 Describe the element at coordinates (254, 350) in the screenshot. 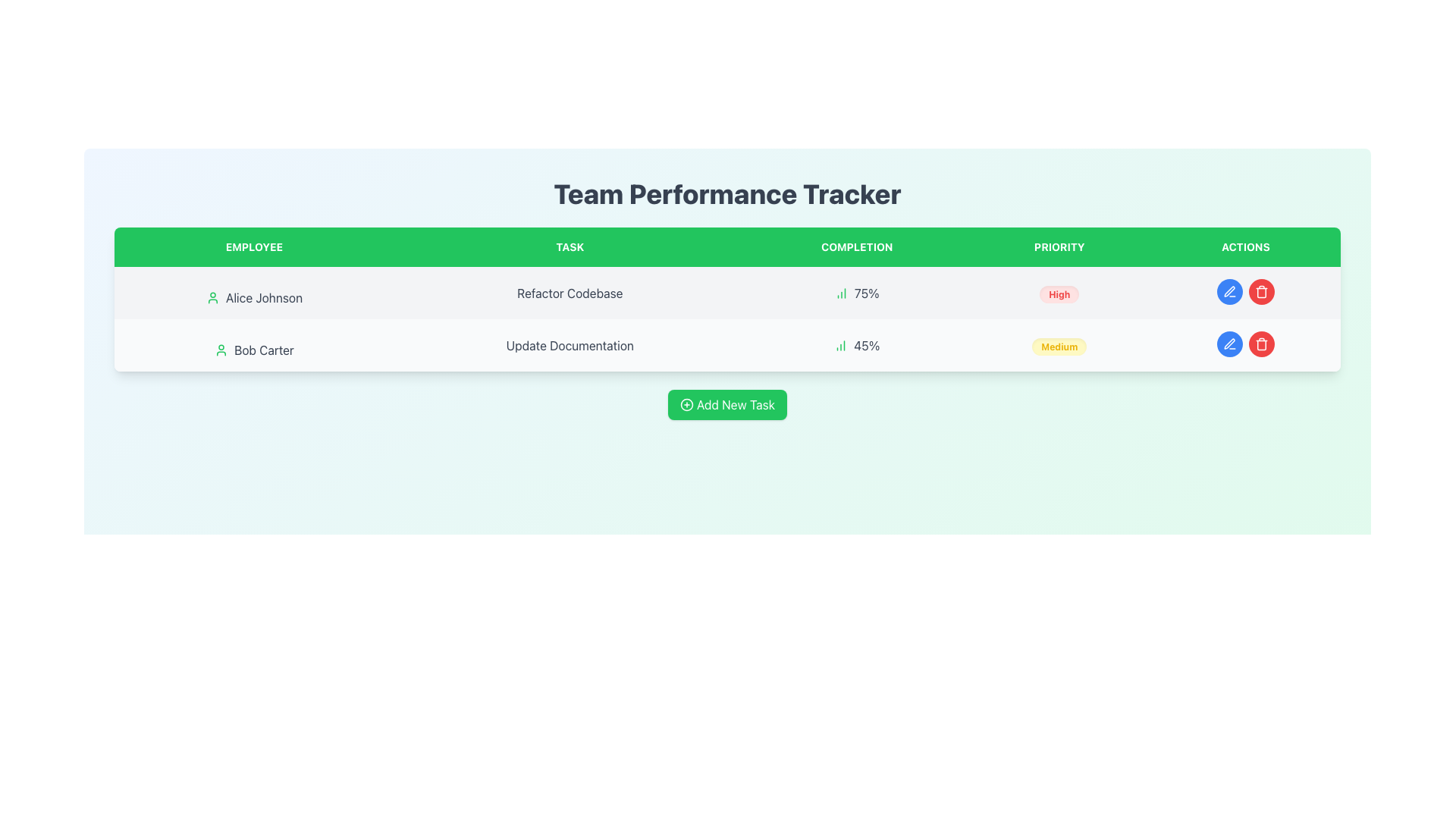

I see `the employee profile component displaying the name 'Bob Carter' and the user icon in the second row of the tabular layout under the 'EMPLOYEE' column` at that location.